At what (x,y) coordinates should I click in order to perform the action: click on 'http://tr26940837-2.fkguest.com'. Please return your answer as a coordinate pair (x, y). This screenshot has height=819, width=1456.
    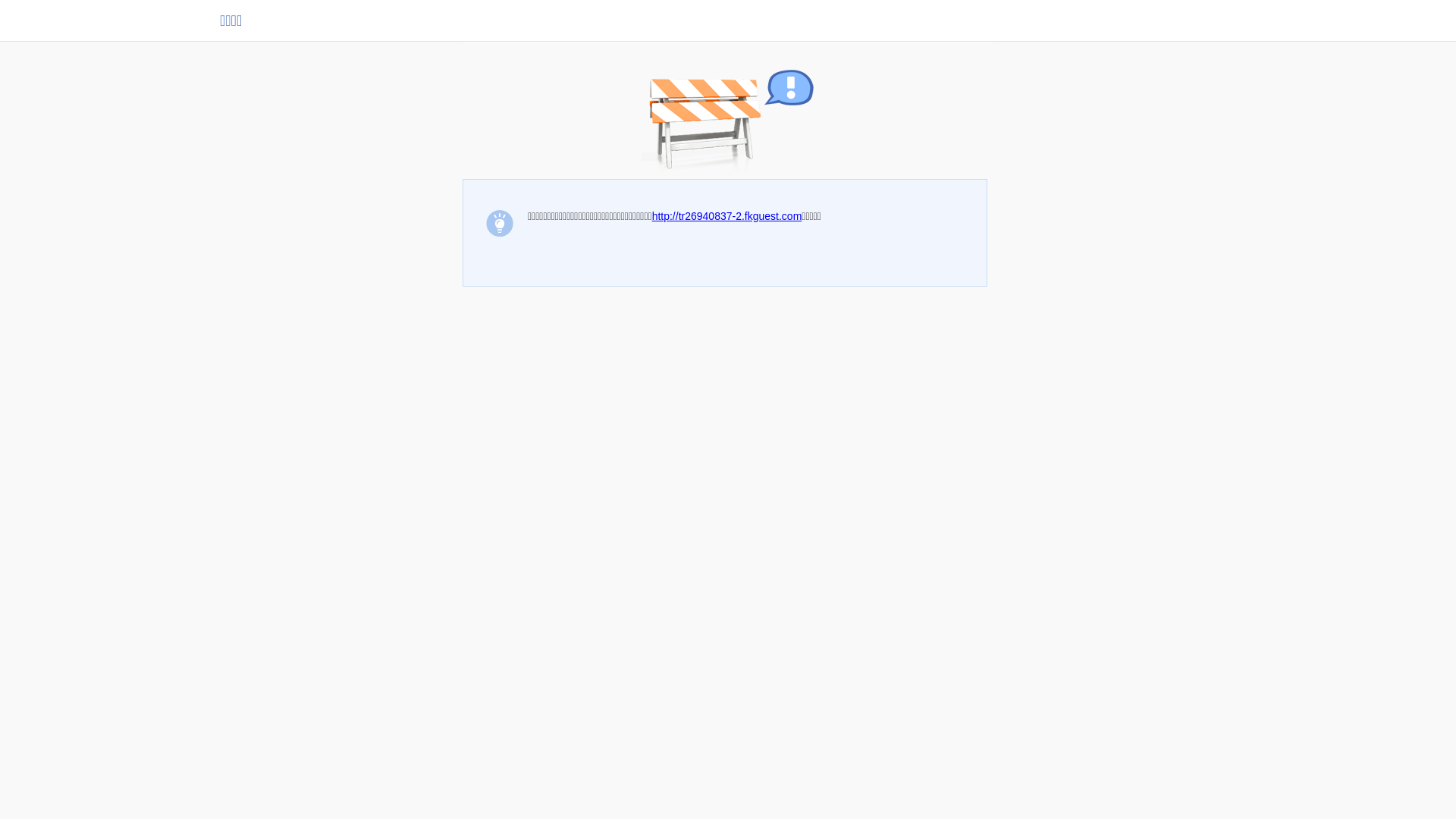
    Looking at the image, I should click on (726, 216).